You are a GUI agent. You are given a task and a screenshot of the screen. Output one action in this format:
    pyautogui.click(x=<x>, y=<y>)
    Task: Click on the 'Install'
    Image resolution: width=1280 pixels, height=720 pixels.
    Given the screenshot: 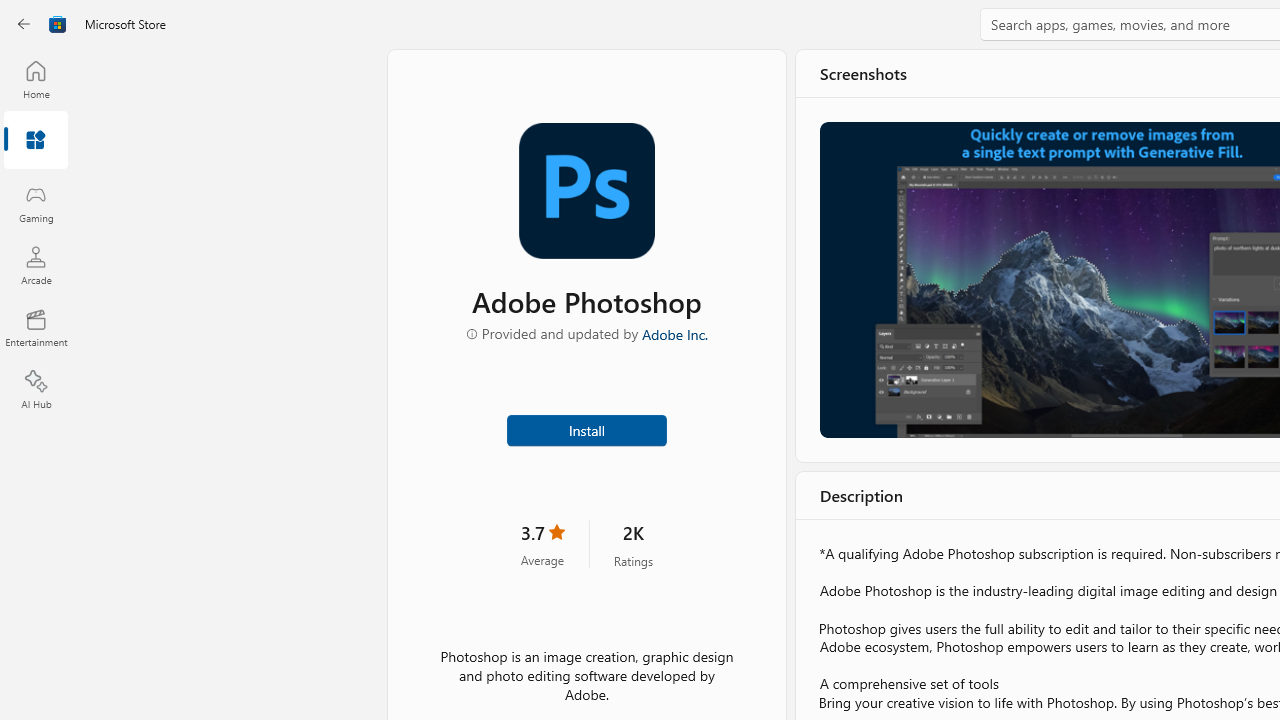 What is the action you would take?
    pyautogui.click(x=585, y=428)
    